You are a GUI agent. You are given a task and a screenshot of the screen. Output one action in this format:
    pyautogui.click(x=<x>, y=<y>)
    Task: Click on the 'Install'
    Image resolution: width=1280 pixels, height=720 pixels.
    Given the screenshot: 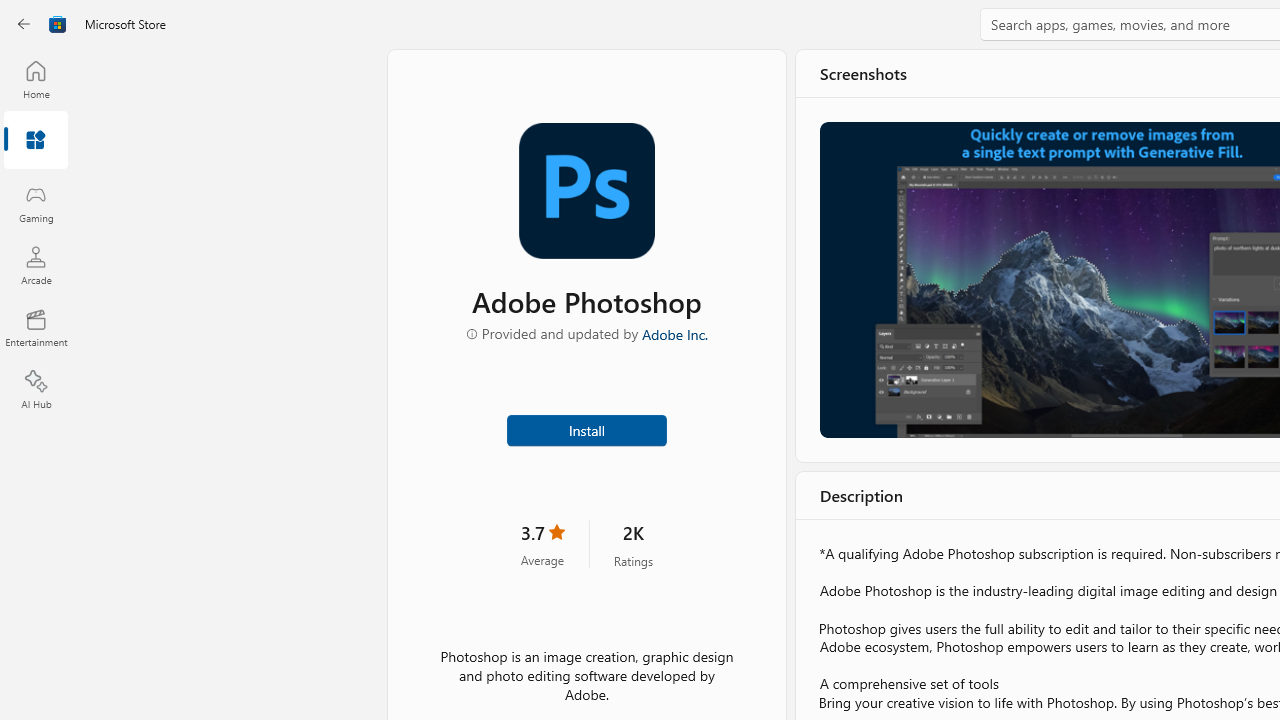 What is the action you would take?
    pyautogui.click(x=585, y=428)
    